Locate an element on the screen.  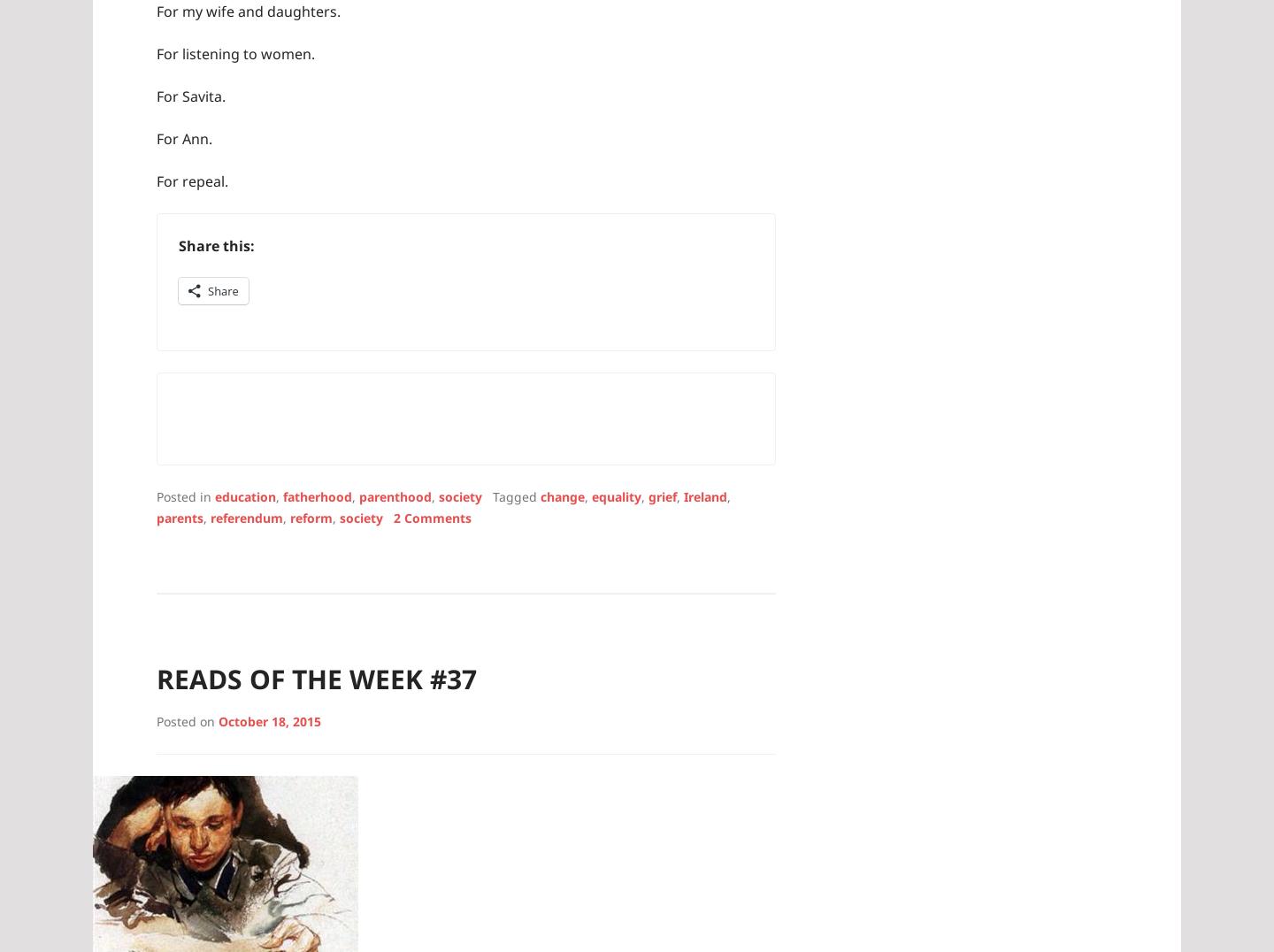
'grief' is located at coordinates (661, 495).